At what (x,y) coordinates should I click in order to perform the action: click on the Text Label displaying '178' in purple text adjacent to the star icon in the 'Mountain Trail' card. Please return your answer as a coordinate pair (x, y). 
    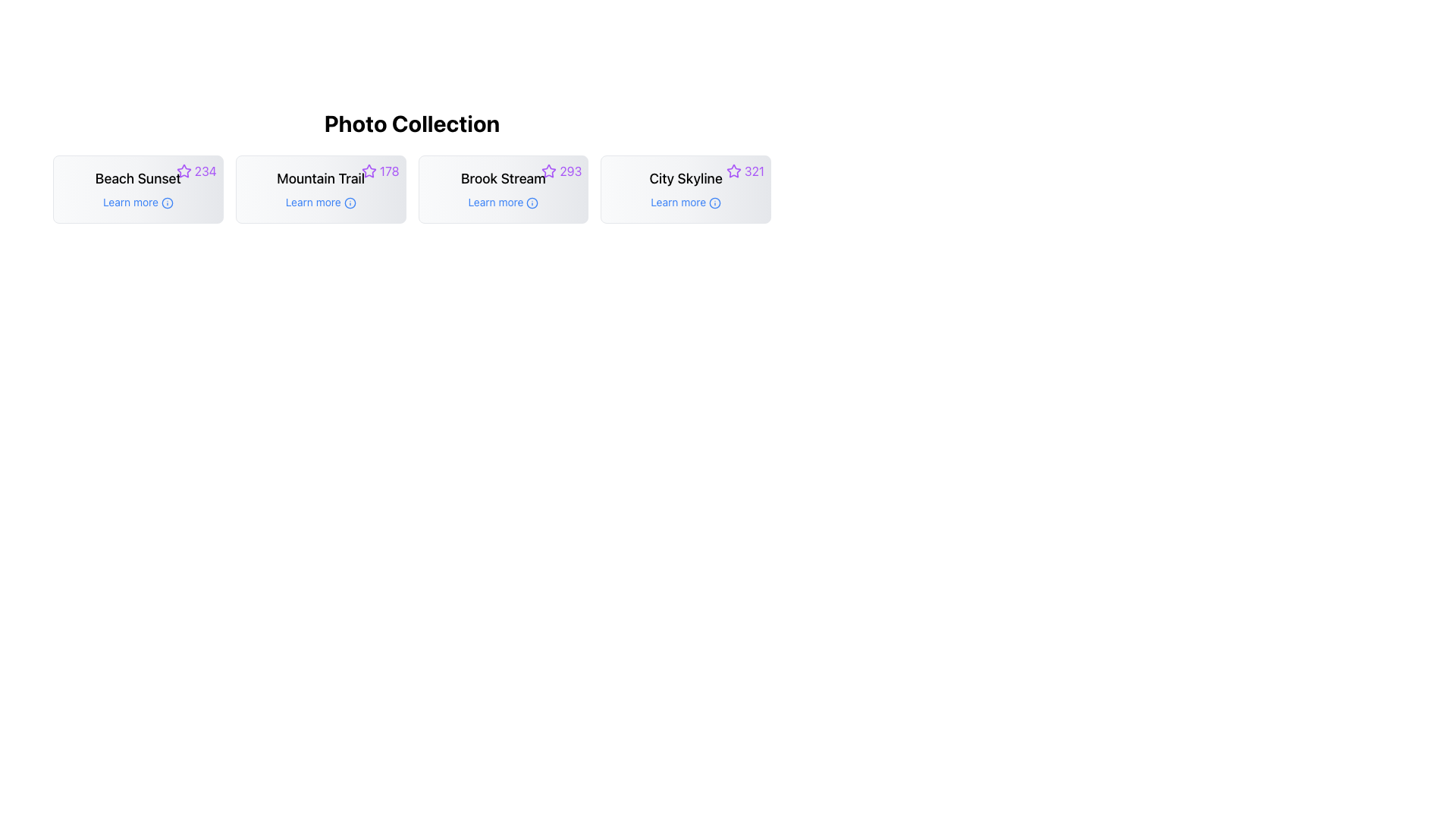
    Looking at the image, I should click on (389, 171).